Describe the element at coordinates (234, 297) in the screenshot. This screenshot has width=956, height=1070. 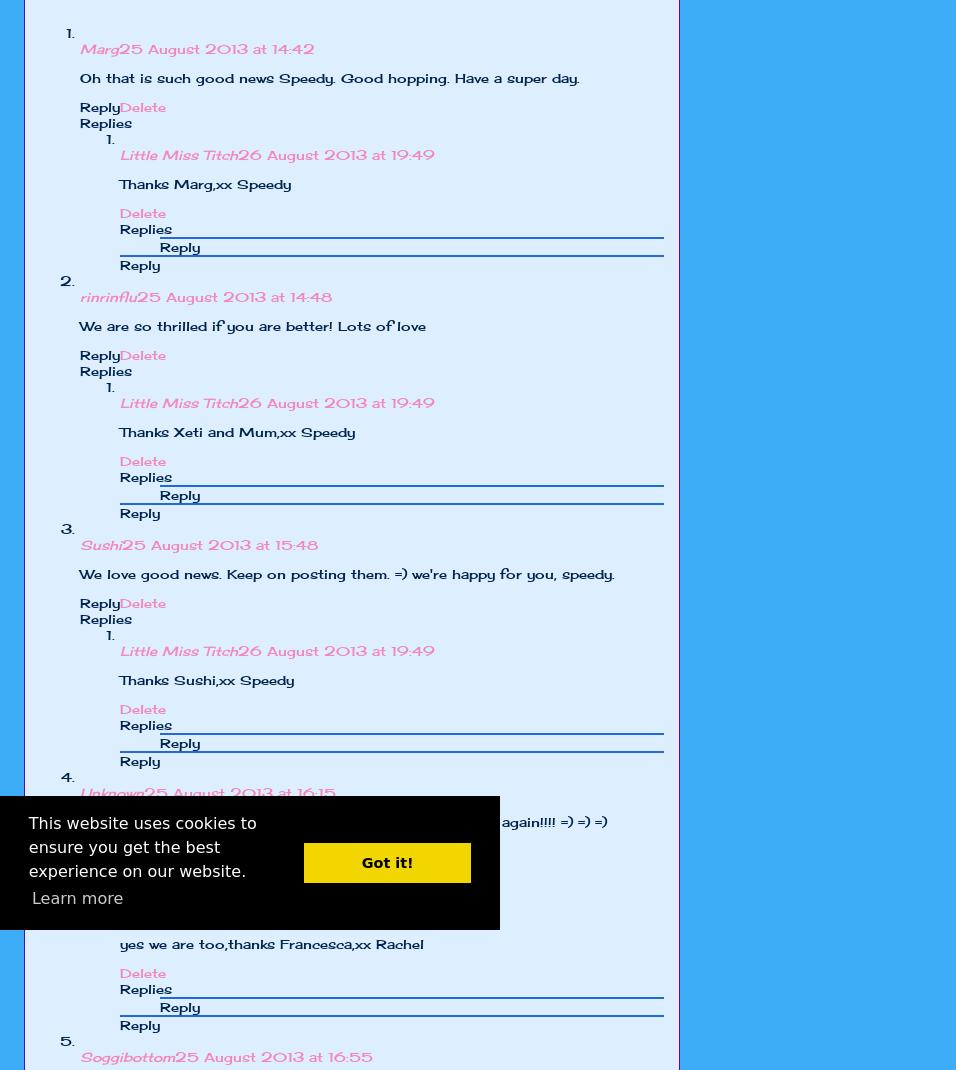
I see `'25 August 2013 at 14:48'` at that location.